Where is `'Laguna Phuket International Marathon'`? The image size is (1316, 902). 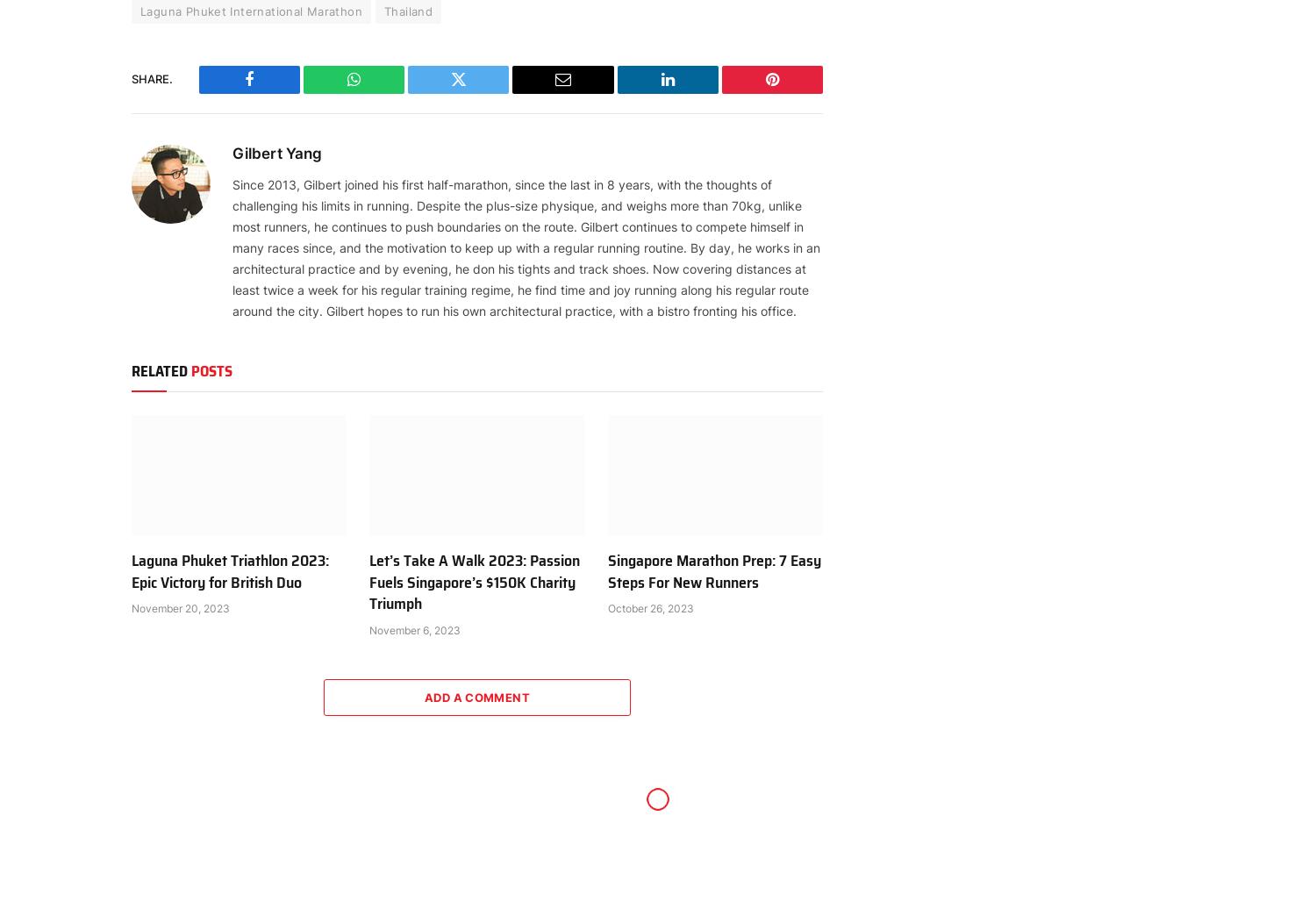
'Laguna Phuket International Marathon' is located at coordinates (251, 9).